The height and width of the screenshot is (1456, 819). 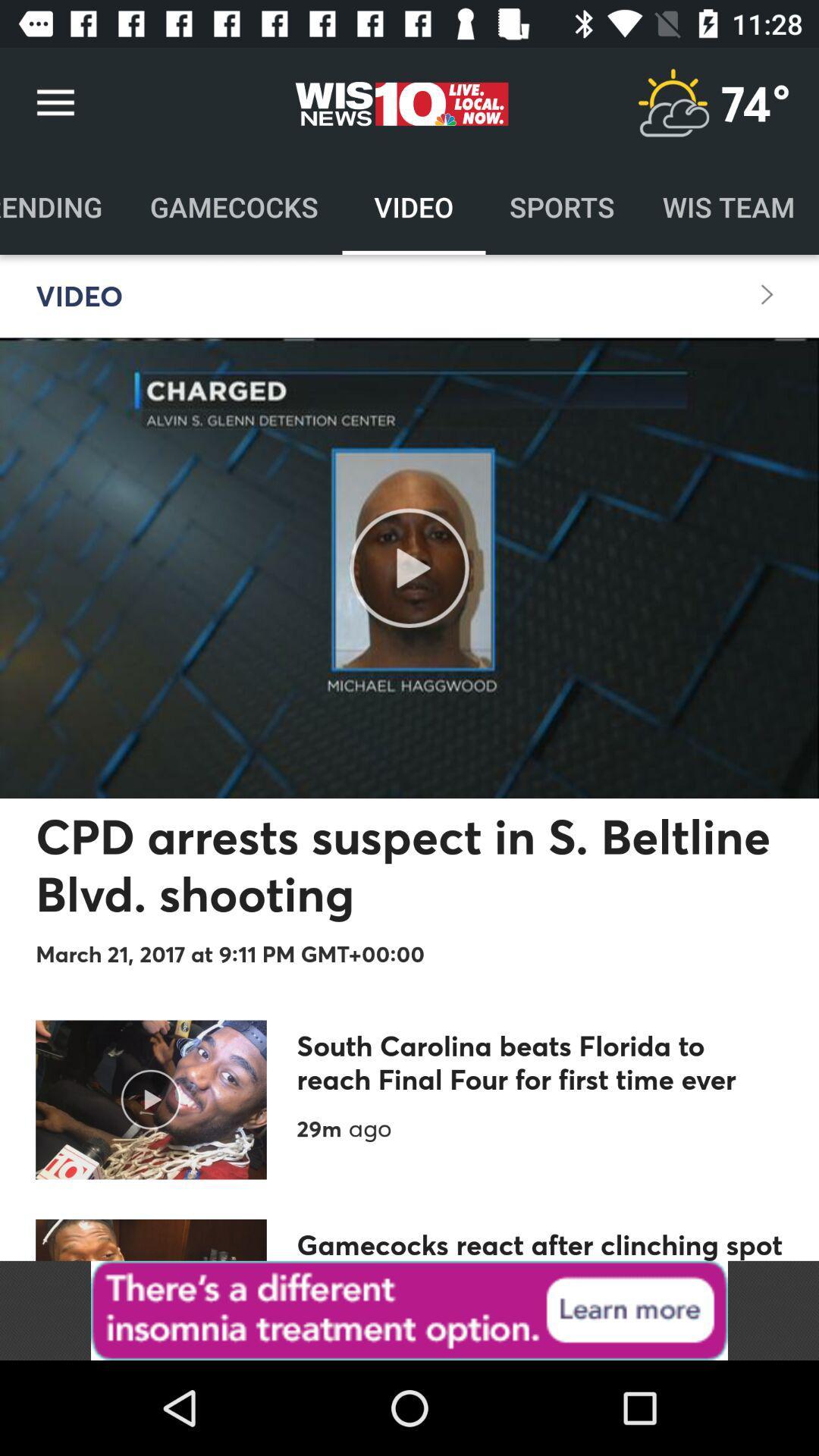 I want to click on access advertising, so click(x=409, y=1310).